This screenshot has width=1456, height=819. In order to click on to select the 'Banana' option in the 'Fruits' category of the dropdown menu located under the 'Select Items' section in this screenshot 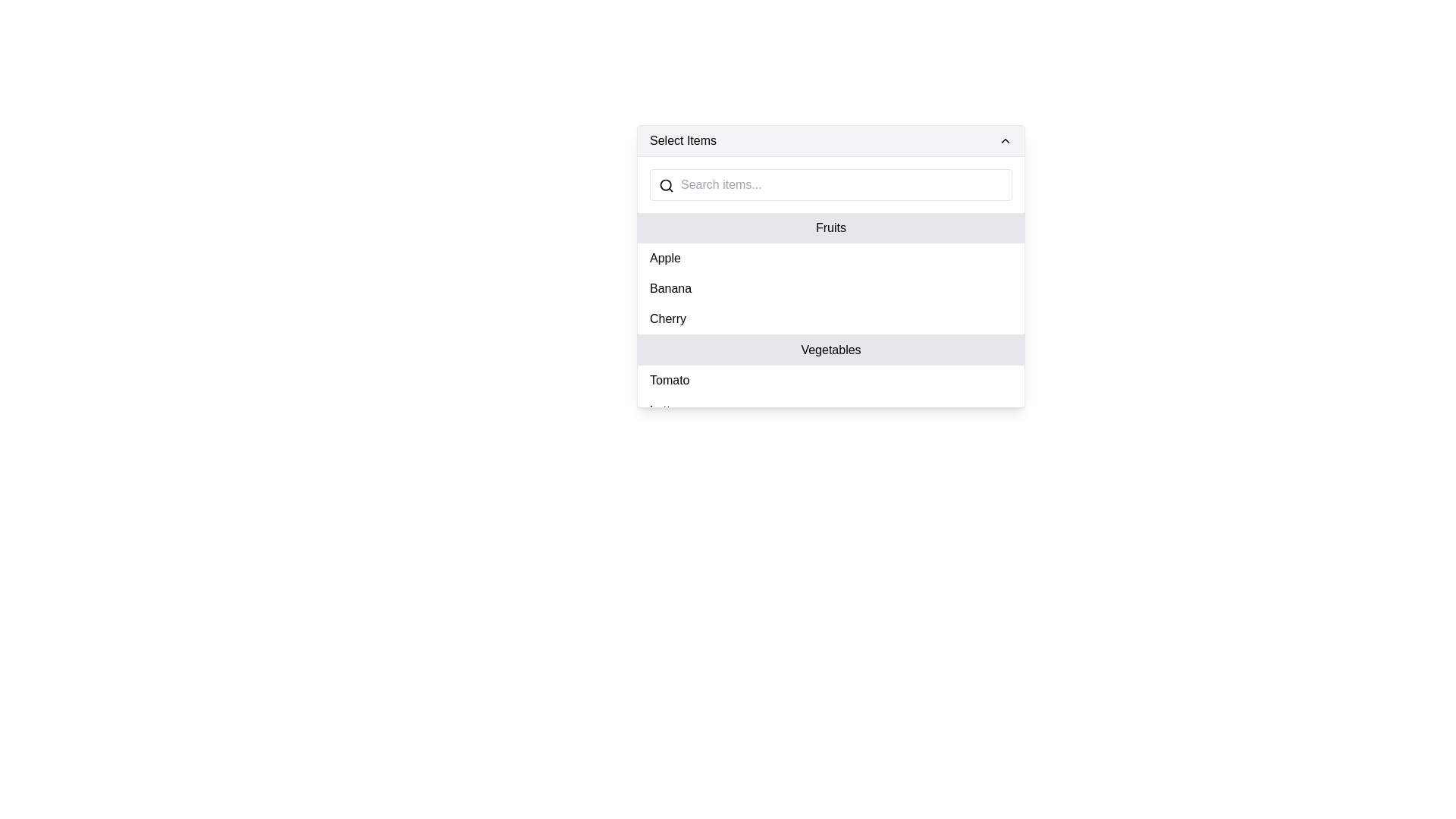, I will do `click(830, 281)`.